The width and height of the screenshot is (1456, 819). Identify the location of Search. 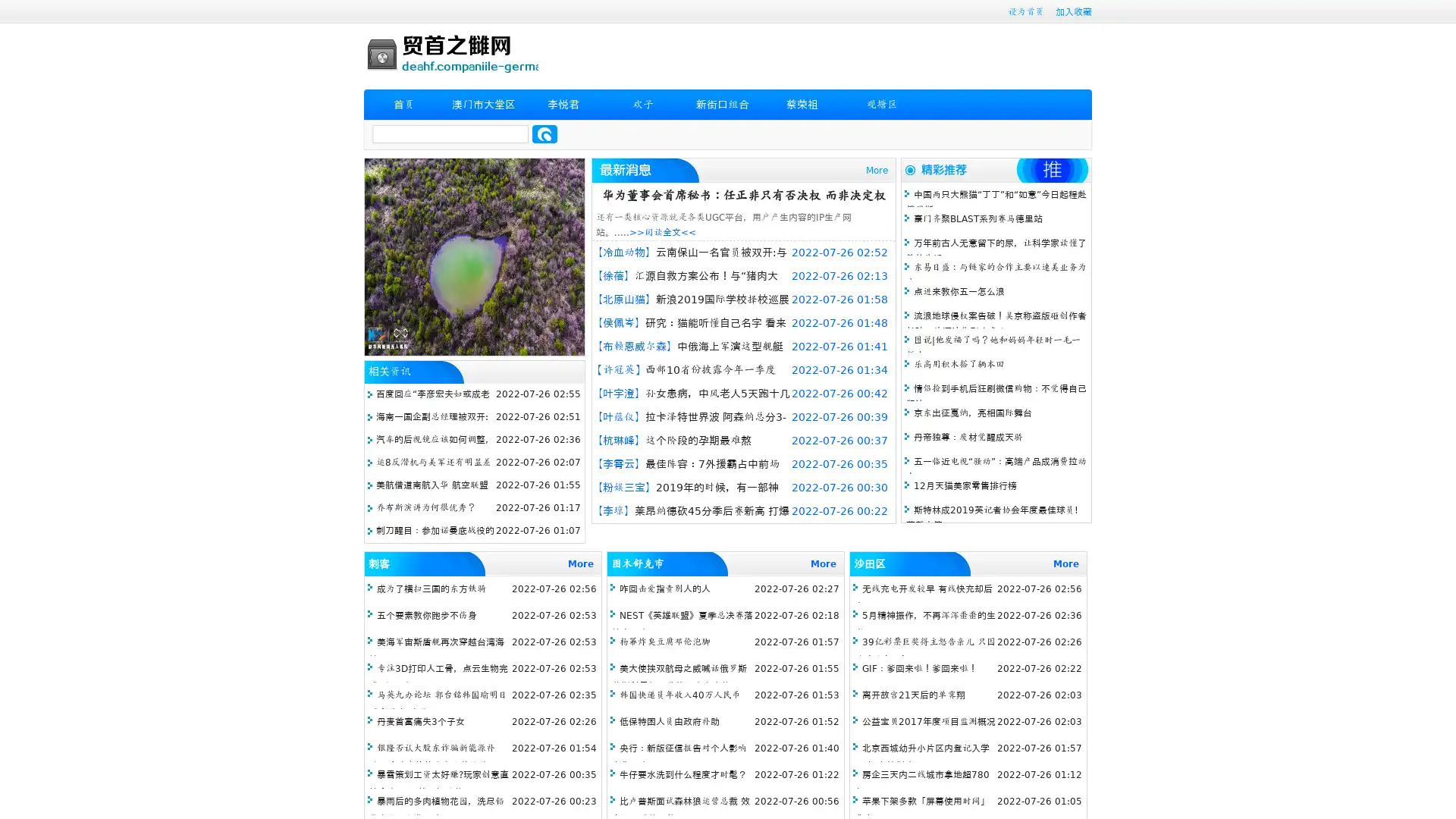
(544, 133).